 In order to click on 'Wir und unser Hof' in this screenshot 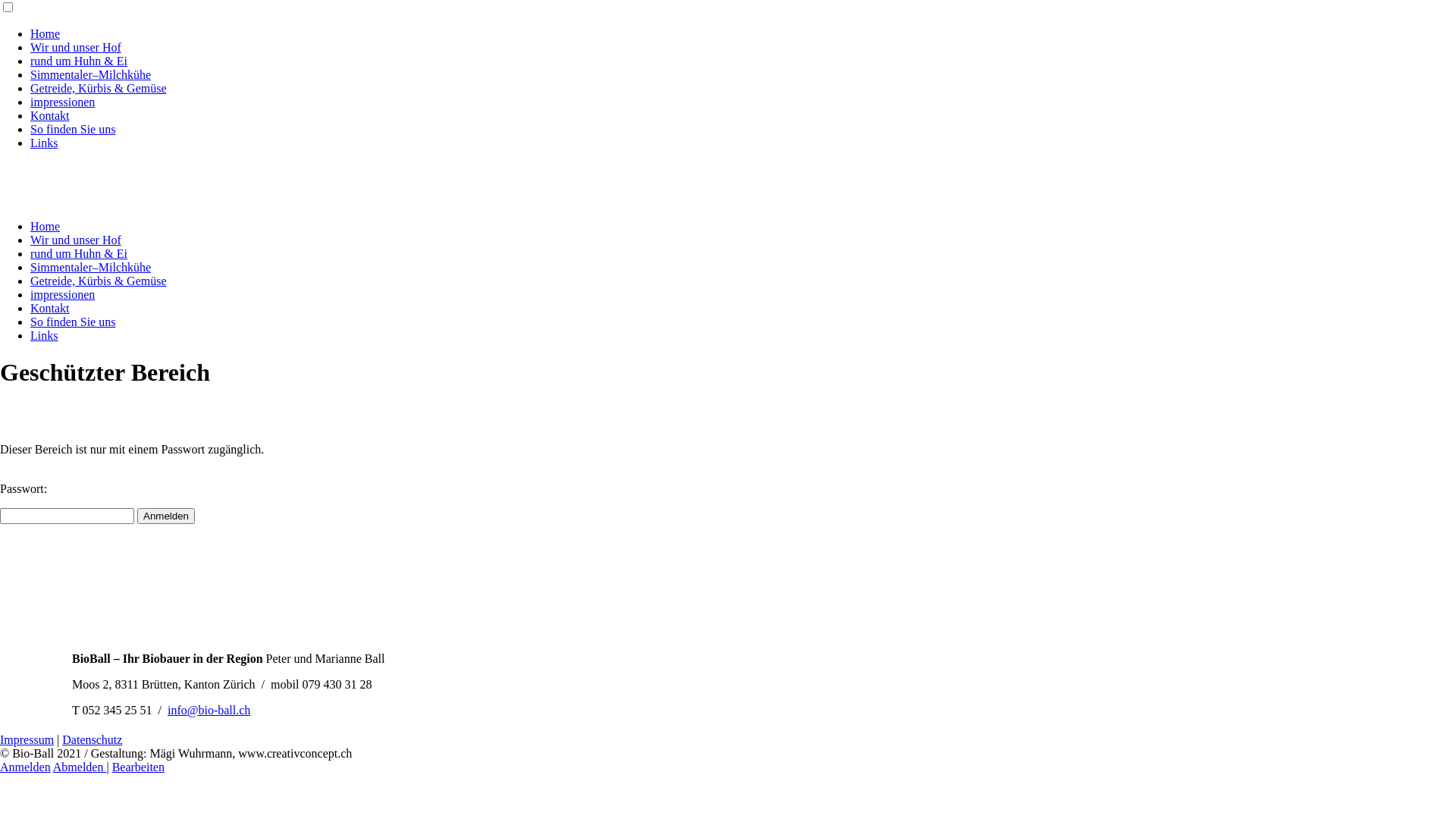, I will do `click(75, 46)`.